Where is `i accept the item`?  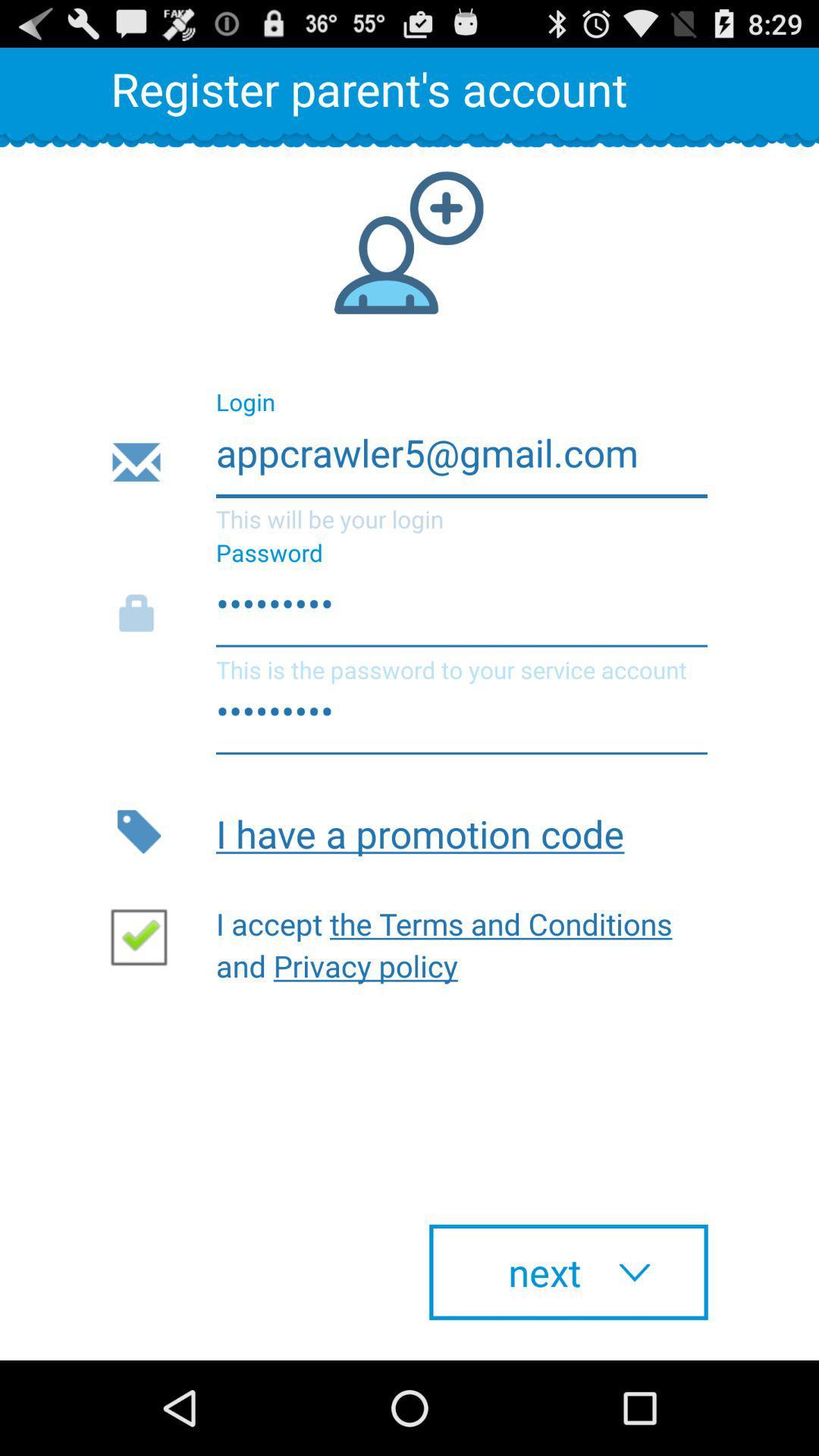 i accept the item is located at coordinates (450, 940).